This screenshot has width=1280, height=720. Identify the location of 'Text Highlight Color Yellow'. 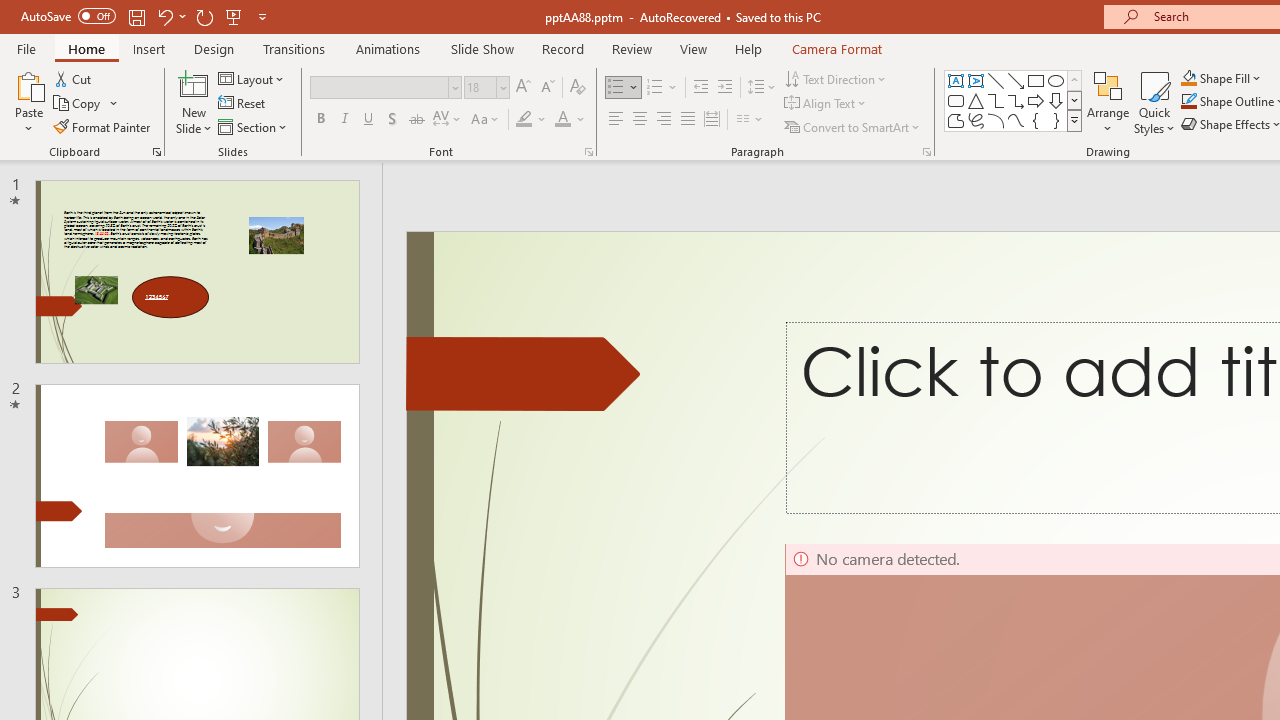
(524, 119).